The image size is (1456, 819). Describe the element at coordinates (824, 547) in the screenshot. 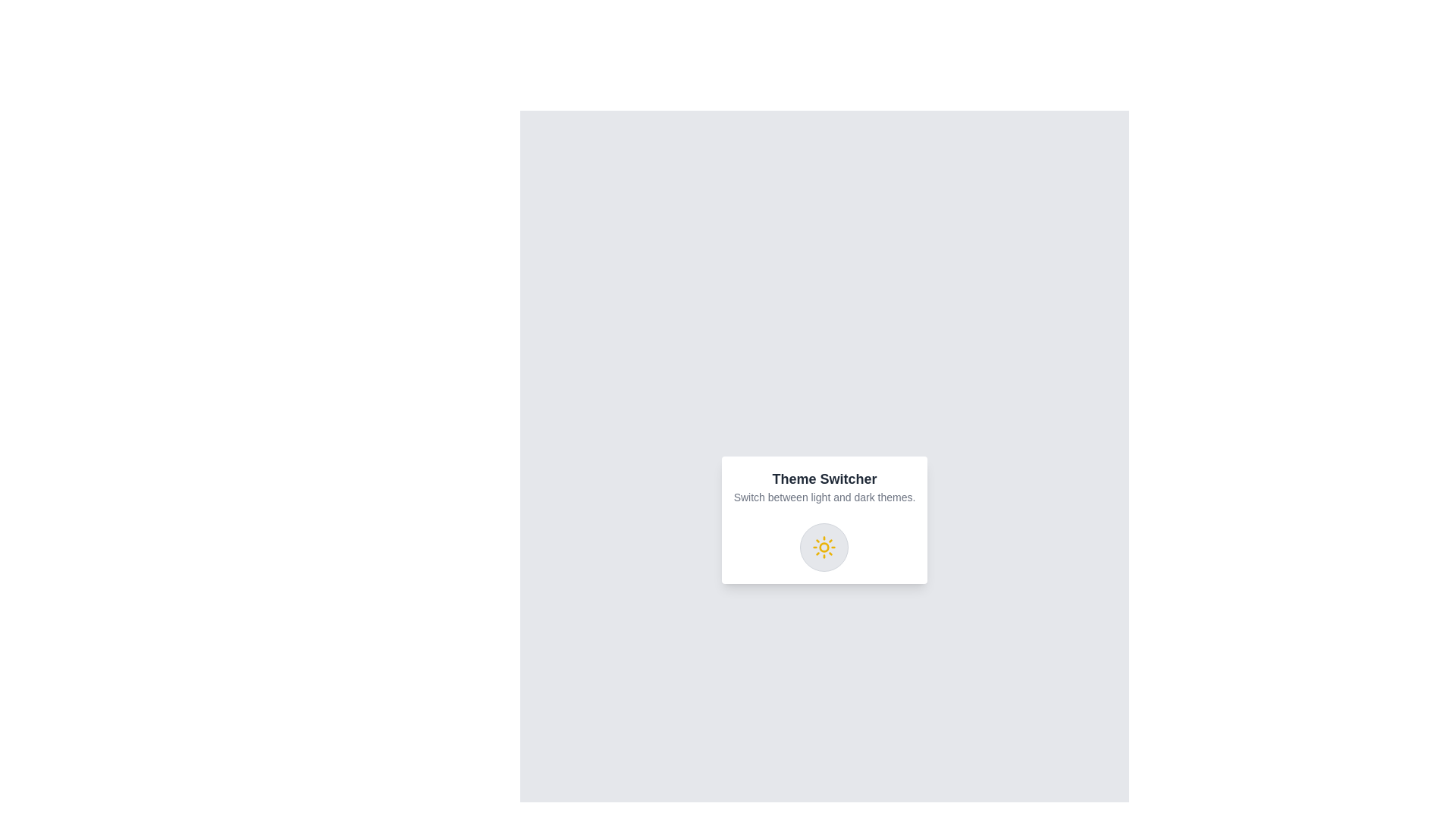

I see `the circular button with a sun icon located at the bottom of the 'Theme Switcher' card` at that location.